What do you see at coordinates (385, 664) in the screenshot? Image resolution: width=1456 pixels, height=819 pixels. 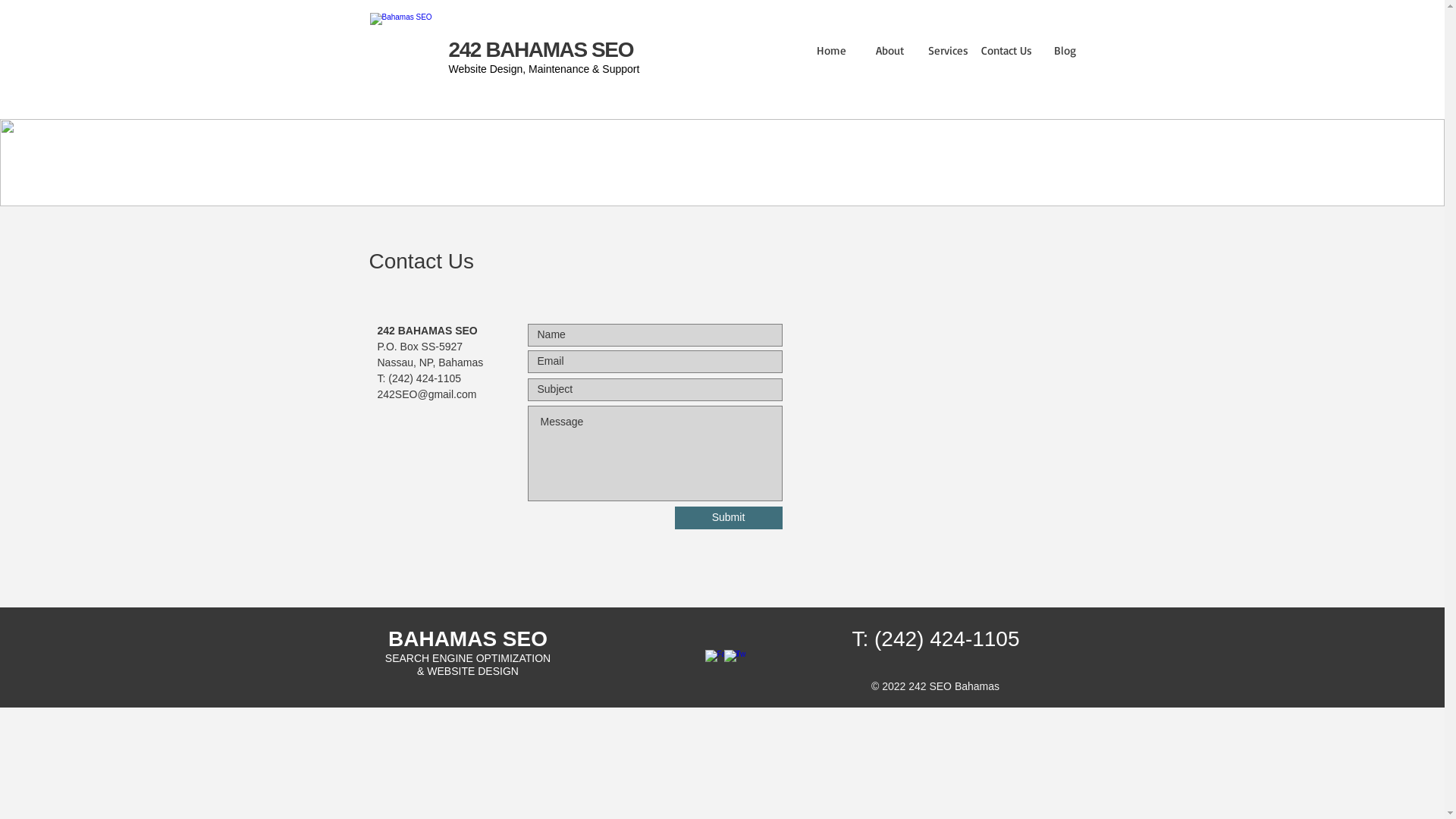 I see `'SEARCH ENGINE OPTIMIZATION & WEBSITE DESIGN'` at bounding box center [385, 664].